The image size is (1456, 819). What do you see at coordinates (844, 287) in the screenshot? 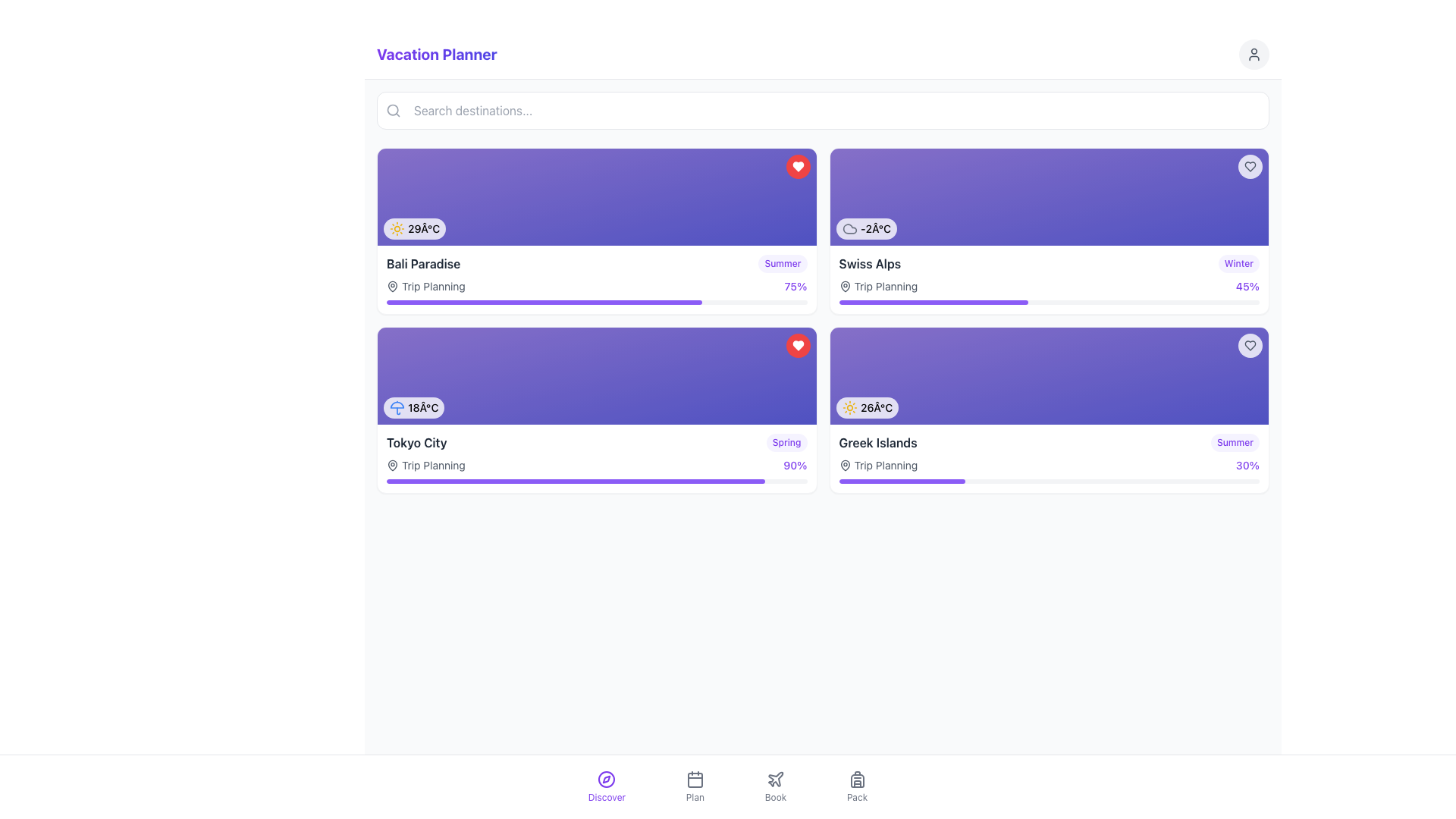
I see `the map marker icon, which is a teardrop-shaped icon with a dark outline located below the weather information in the 'Swiss Alps' card` at bounding box center [844, 287].